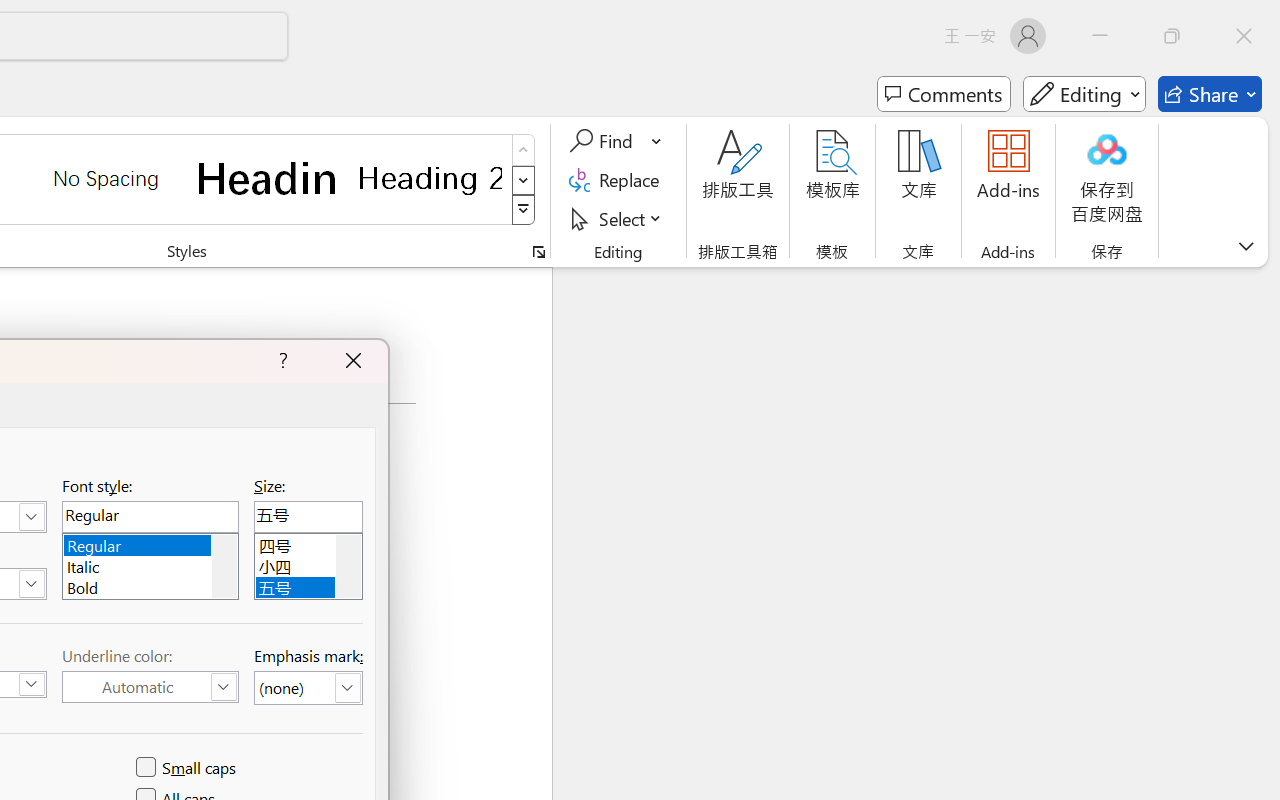 The width and height of the screenshot is (1280, 800). Describe the element at coordinates (616, 179) in the screenshot. I see `'Replace...'` at that location.